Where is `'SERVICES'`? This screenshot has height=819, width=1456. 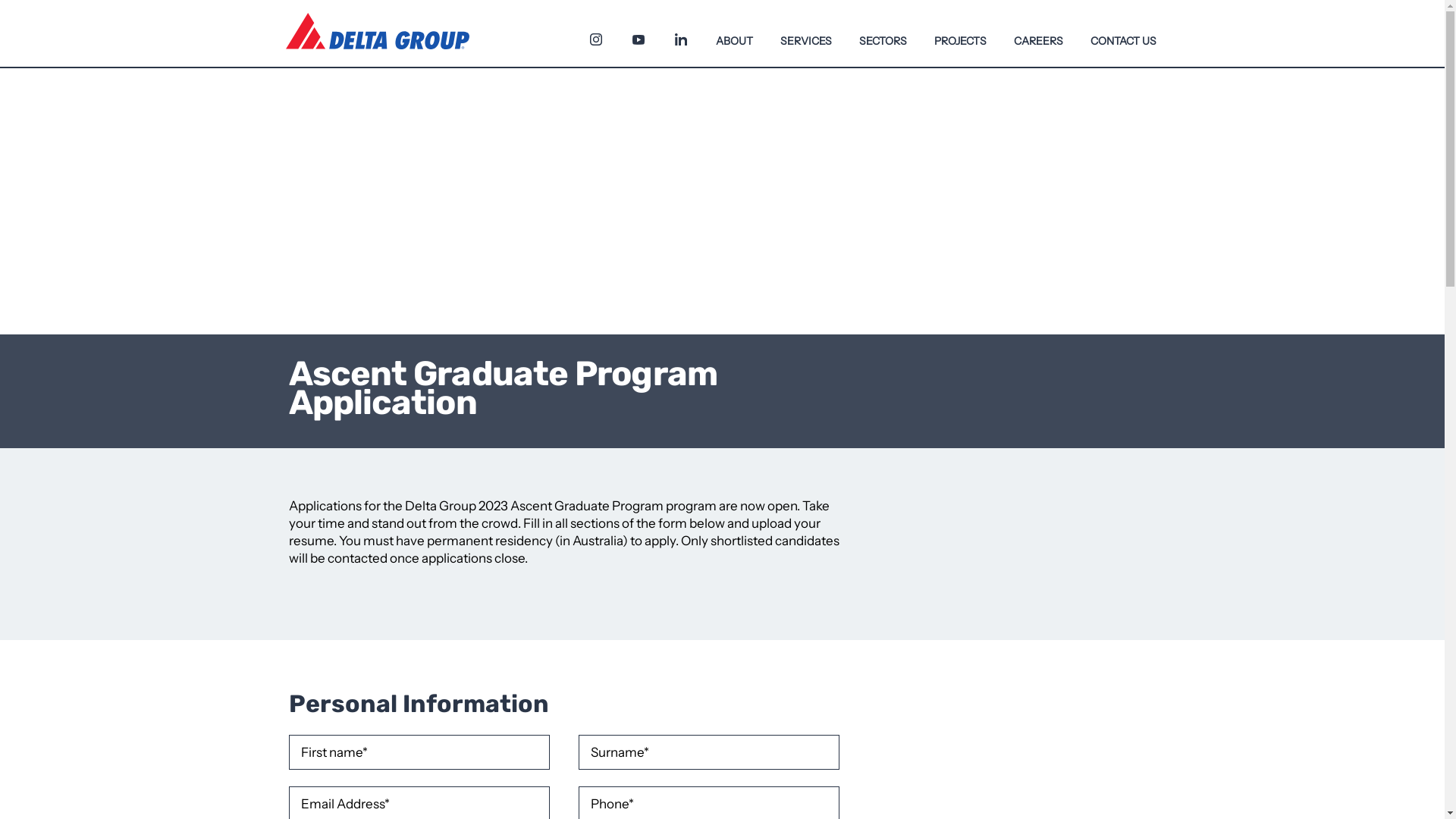
'SERVICES' is located at coordinates (804, 33).